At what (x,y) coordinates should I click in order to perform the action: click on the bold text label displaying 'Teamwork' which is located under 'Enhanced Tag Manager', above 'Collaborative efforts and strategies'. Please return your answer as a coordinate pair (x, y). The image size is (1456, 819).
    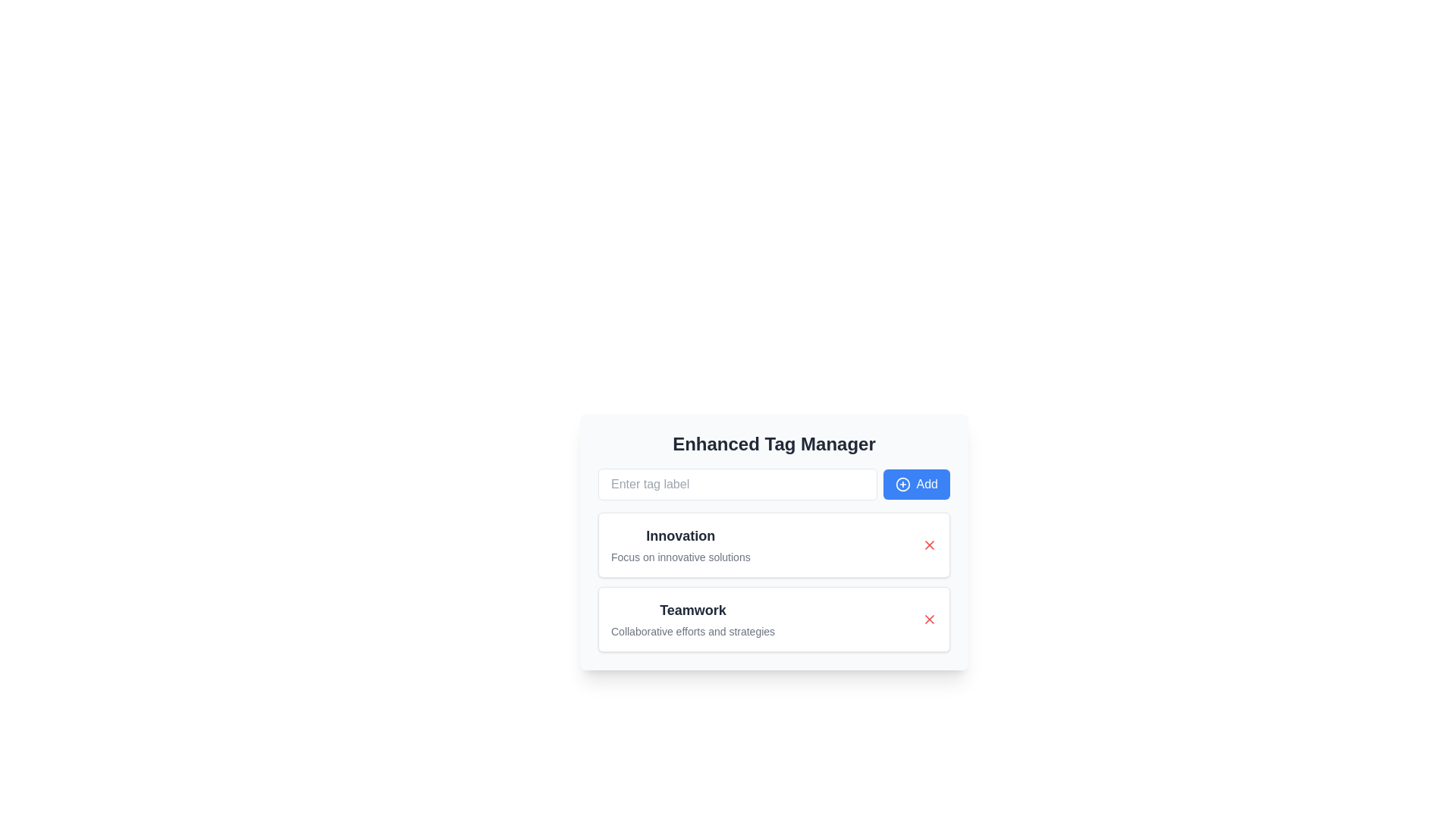
    Looking at the image, I should click on (692, 610).